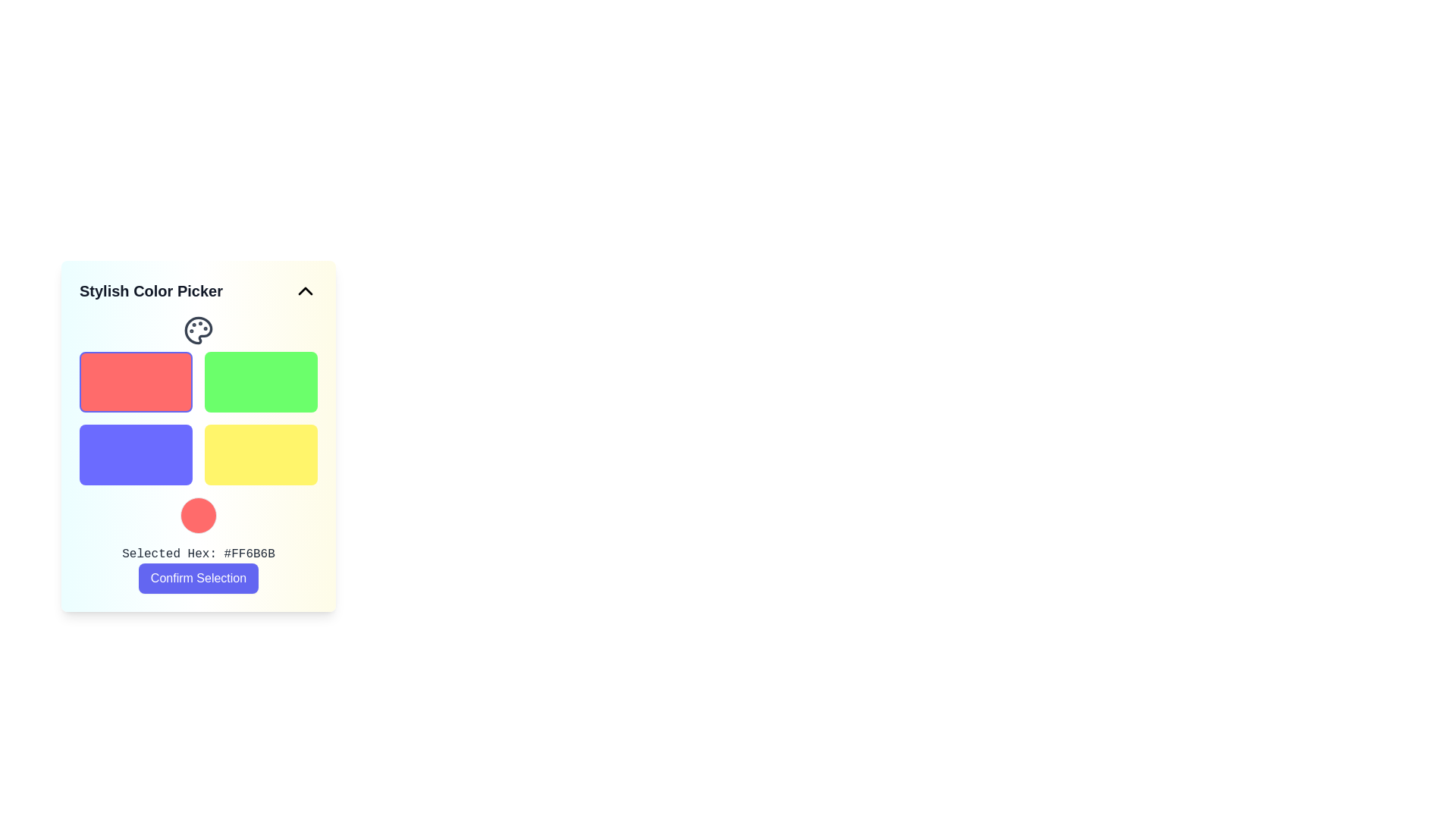 This screenshot has height=819, width=1456. What do you see at coordinates (198, 329) in the screenshot?
I see `the color picker icon located at the top section of the 'Stylish Color Picker' interface, positioned beside the label 'Selected Hex: #FF6B6B'` at bounding box center [198, 329].